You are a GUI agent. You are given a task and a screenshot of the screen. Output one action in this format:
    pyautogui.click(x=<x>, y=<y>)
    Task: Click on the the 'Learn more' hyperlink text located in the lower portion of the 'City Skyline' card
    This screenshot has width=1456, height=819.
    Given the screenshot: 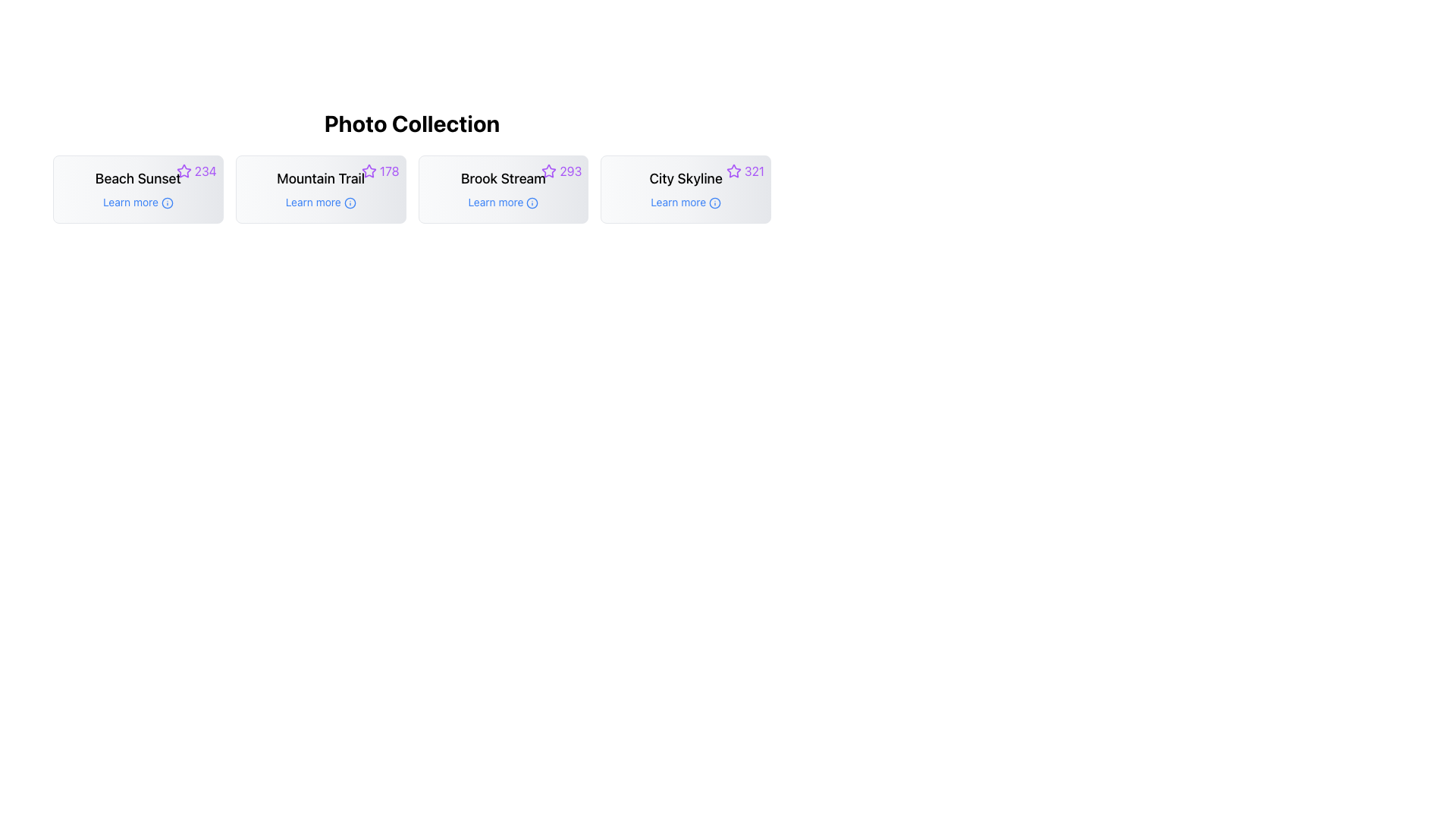 What is the action you would take?
    pyautogui.click(x=685, y=201)
    